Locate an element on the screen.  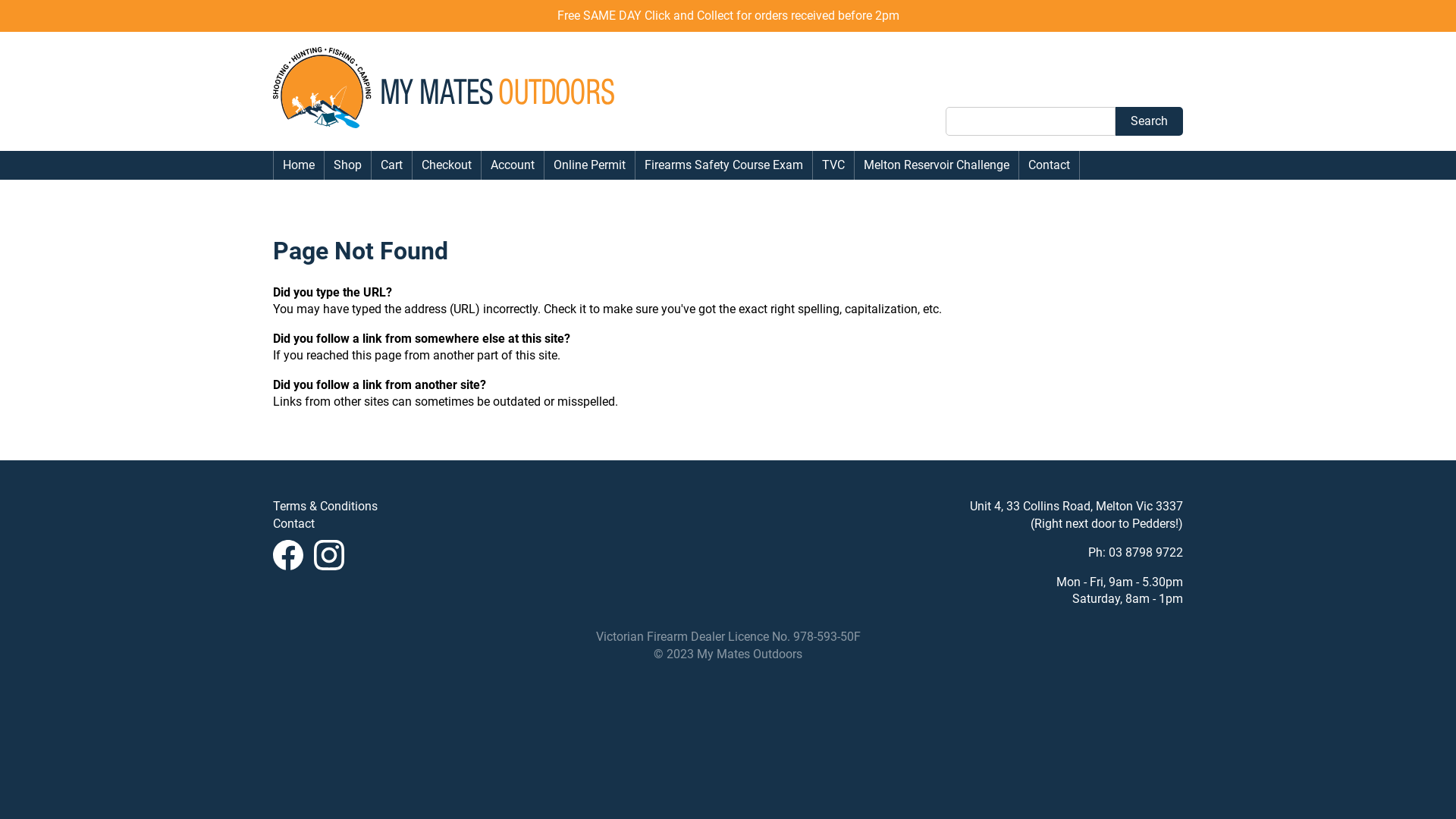
'Melton Reservoir Challenge' is located at coordinates (935, 165).